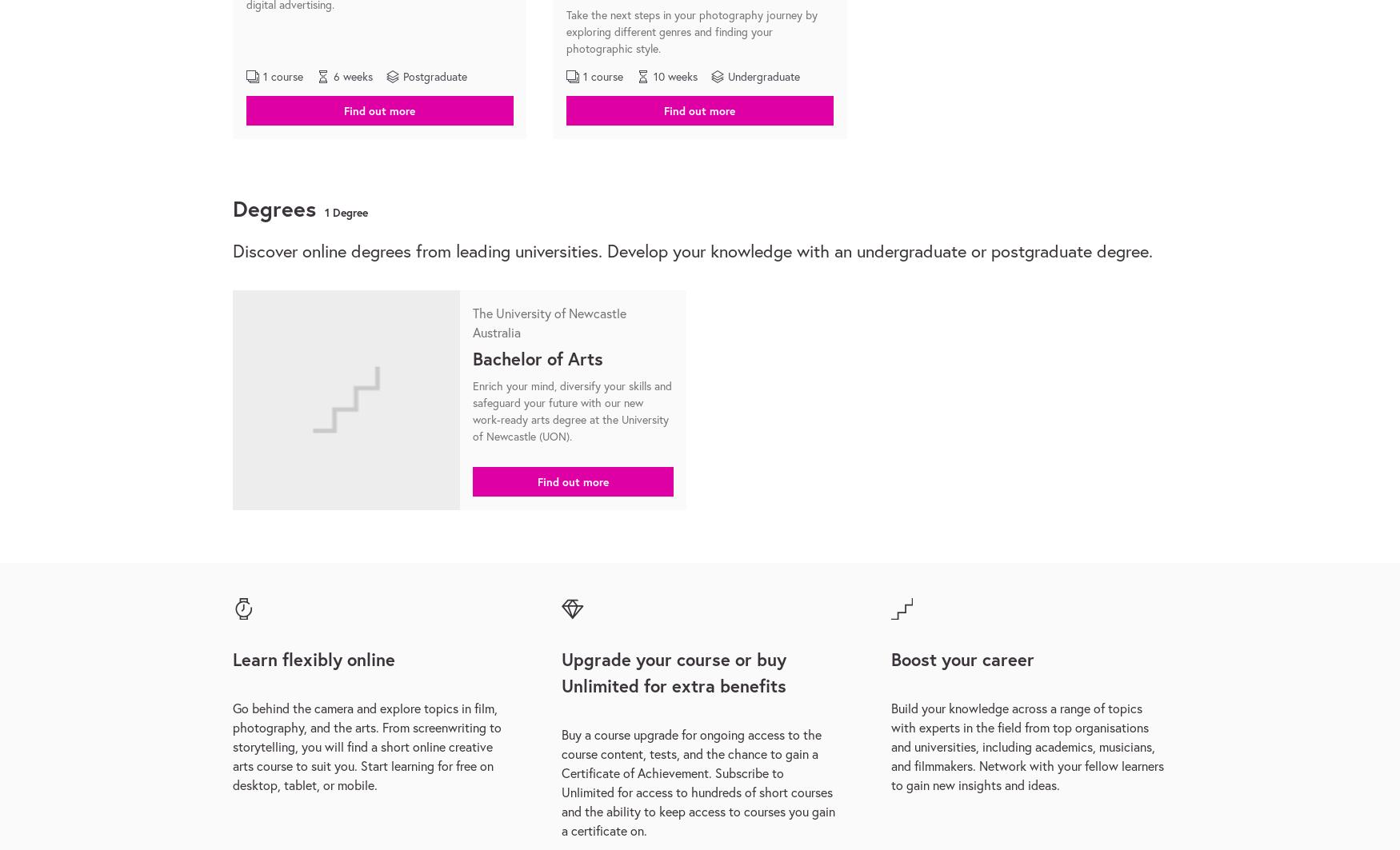 The width and height of the screenshot is (1400, 850). Describe the element at coordinates (353, 76) in the screenshot. I see `'6 weeks'` at that location.